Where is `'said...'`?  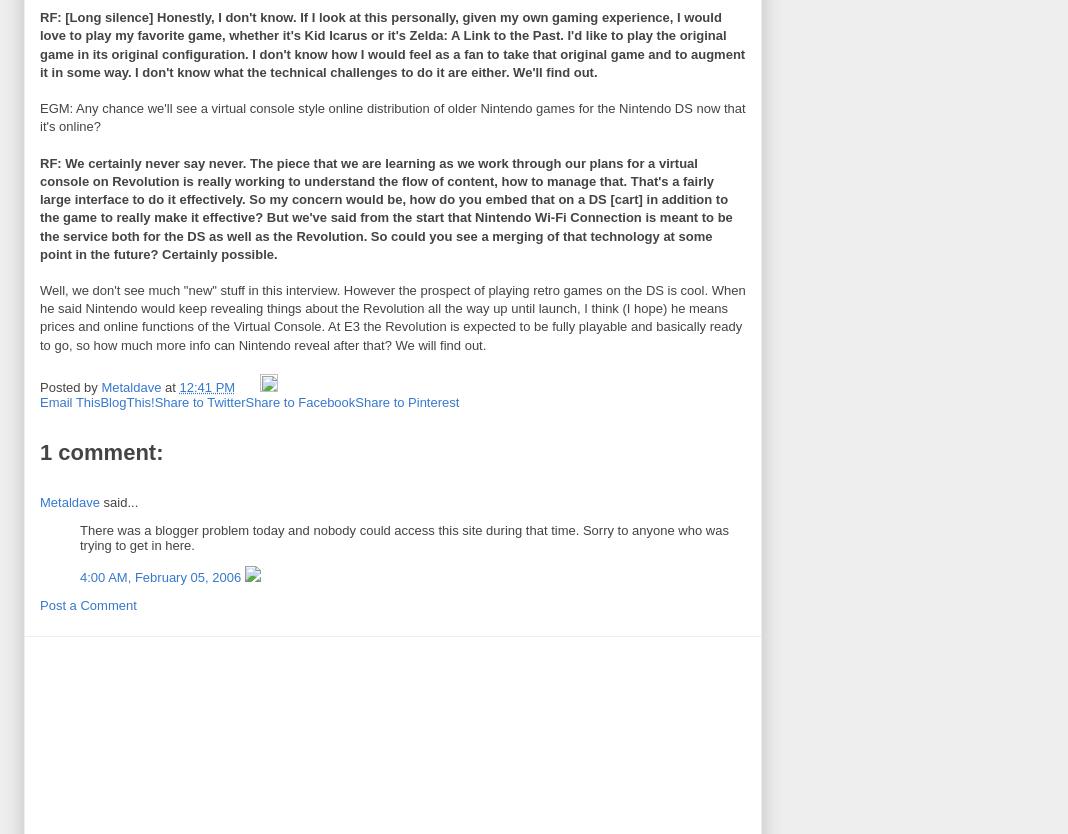 'said...' is located at coordinates (98, 500).